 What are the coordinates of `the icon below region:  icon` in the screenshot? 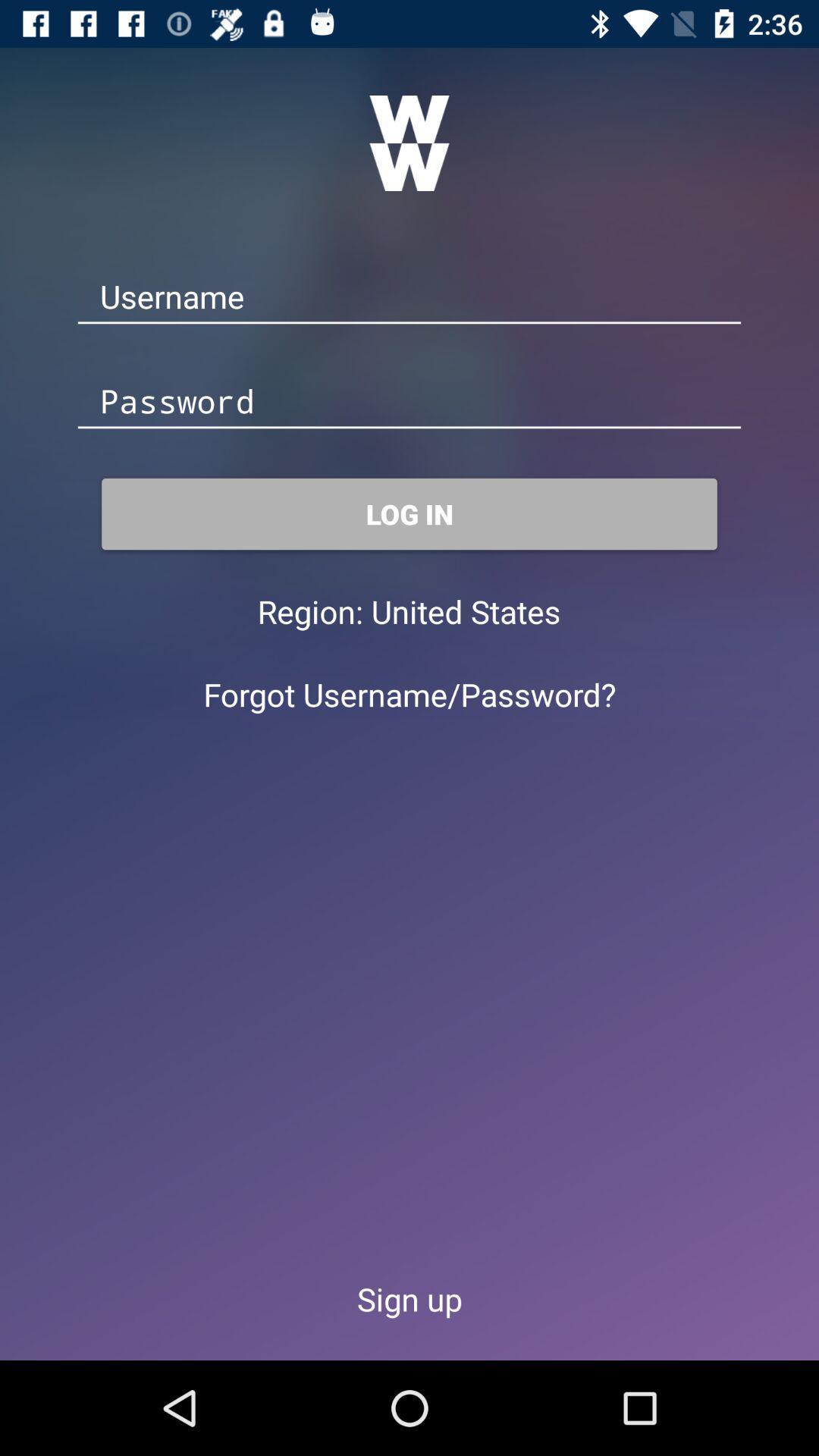 It's located at (409, 693).